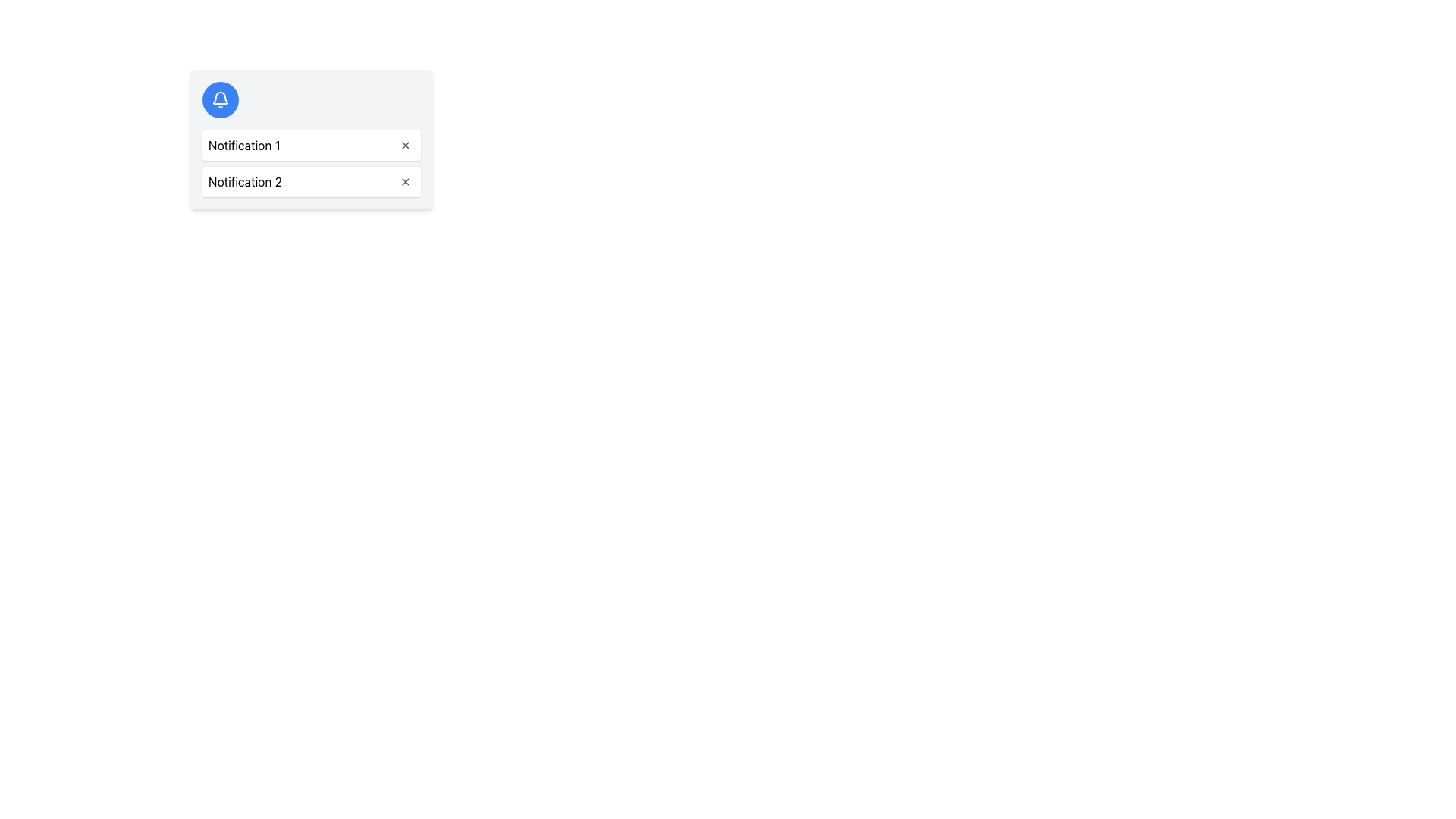 This screenshot has width=1456, height=819. I want to click on the center of the Notification entry displaying 'Notification 2', so click(311, 180).